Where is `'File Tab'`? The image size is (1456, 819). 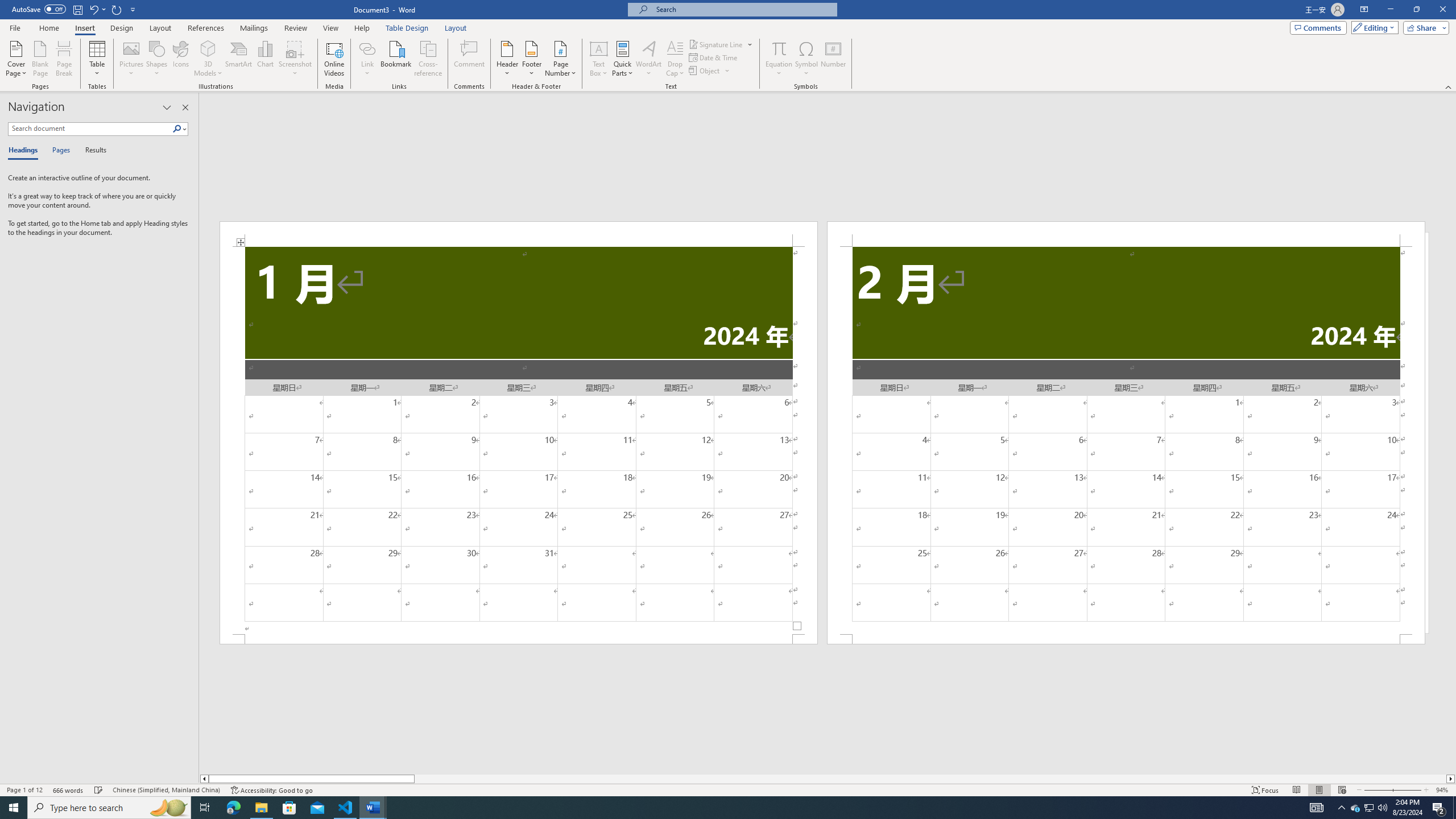 'File Tab' is located at coordinates (14, 27).